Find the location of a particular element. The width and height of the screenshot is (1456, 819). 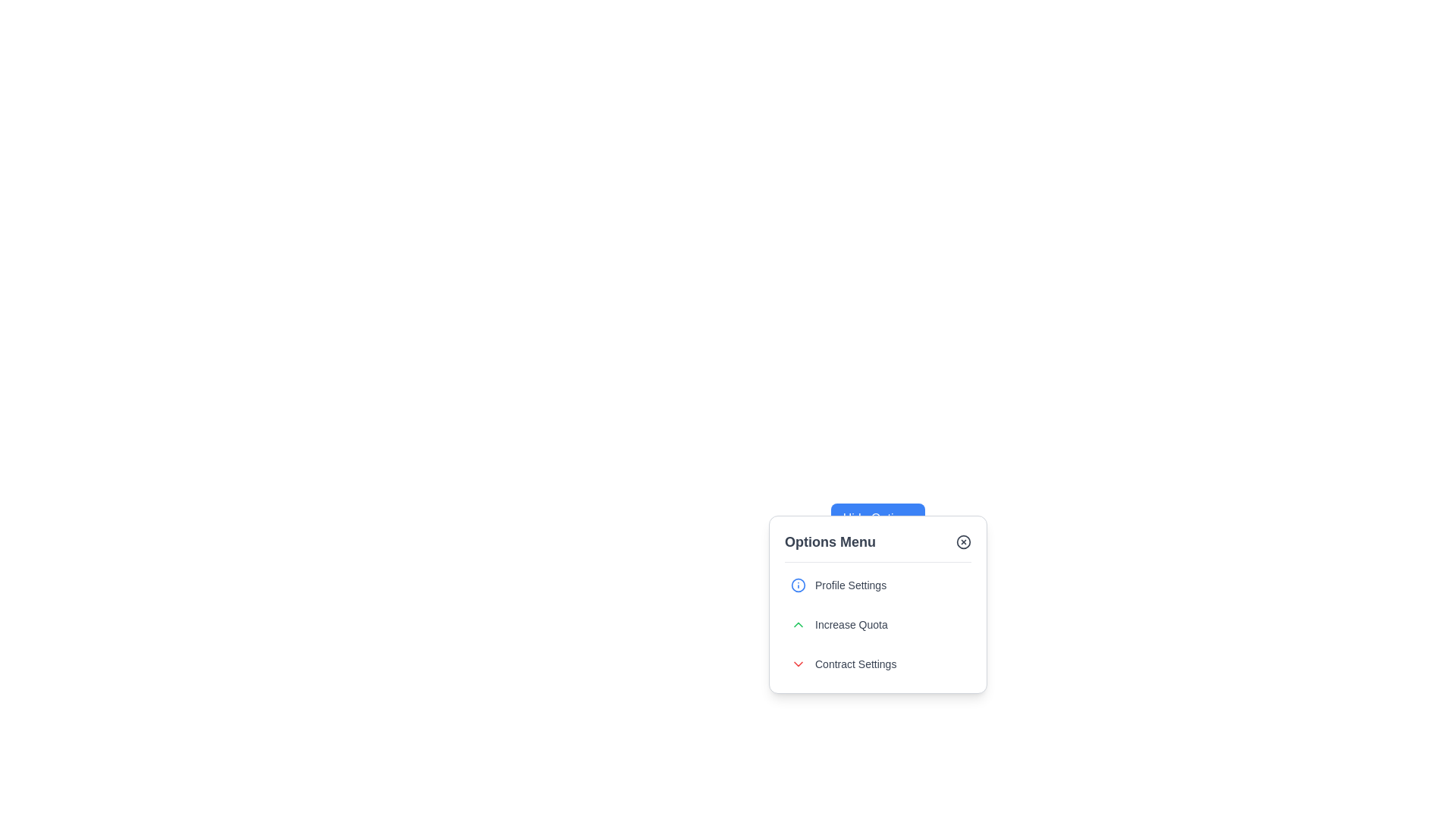

the 'Contract Settings' text label is located at coordinates (855, 663).